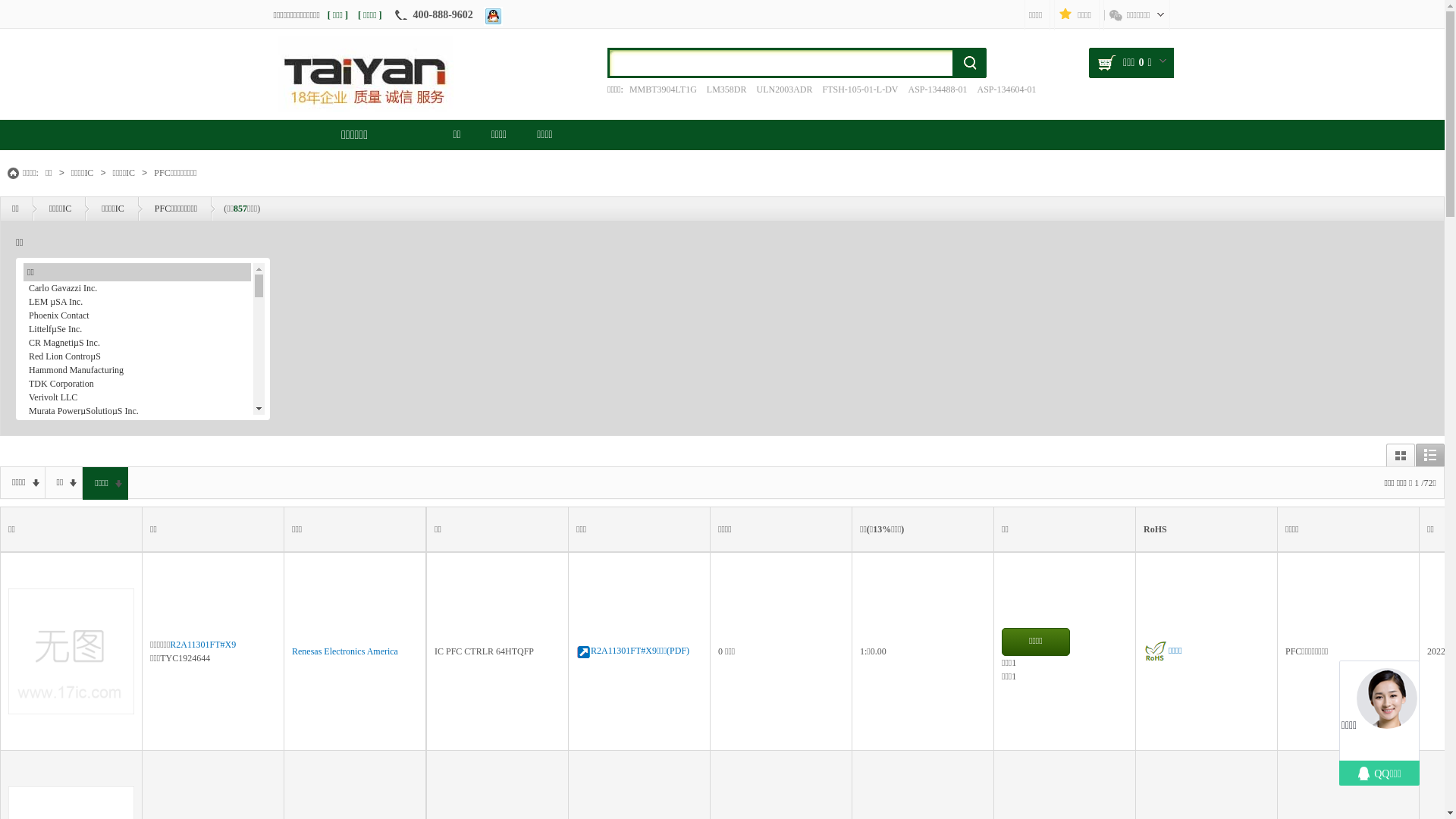 This screenshot has height=819, width=1456. I want to click on 'TDK Corporation', so click(137, 382).